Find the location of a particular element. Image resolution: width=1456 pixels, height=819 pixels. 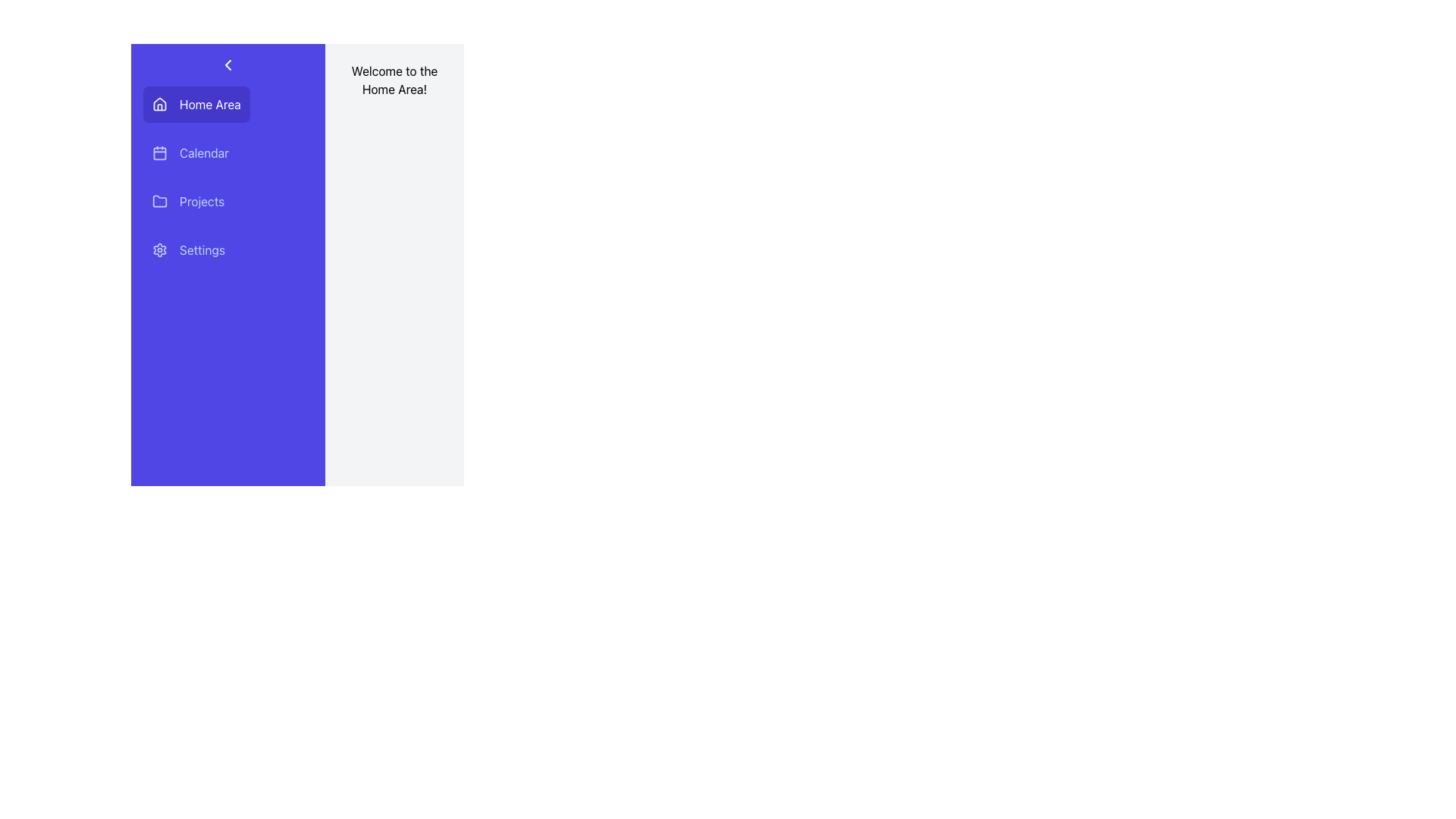

the 'Home Area' text label located to the right of the house-shaped icon in the navigation menu is located at coordinates (209, 104).